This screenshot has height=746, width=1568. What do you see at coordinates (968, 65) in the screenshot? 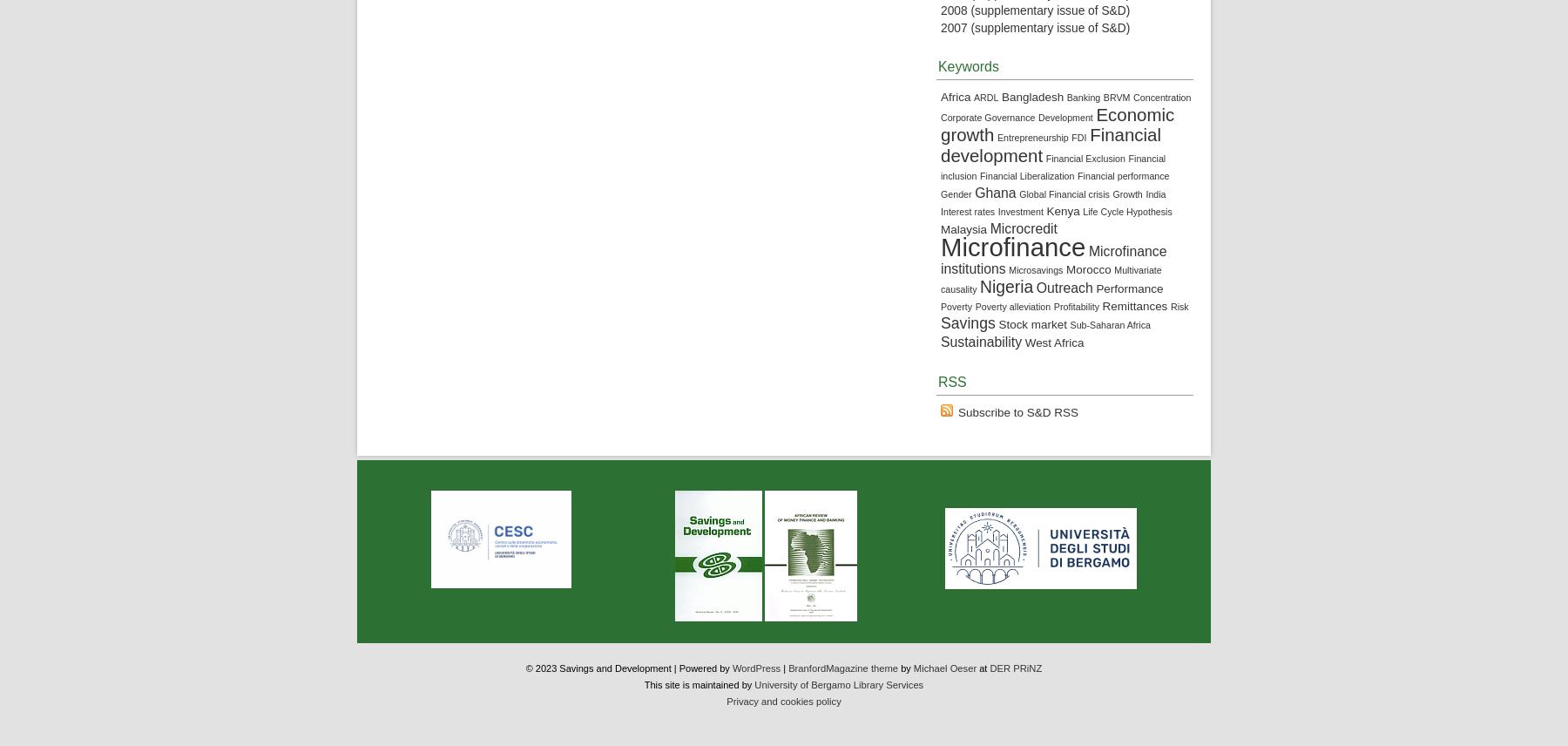
I see `'Keywords'` at bounding box center [968, 65].